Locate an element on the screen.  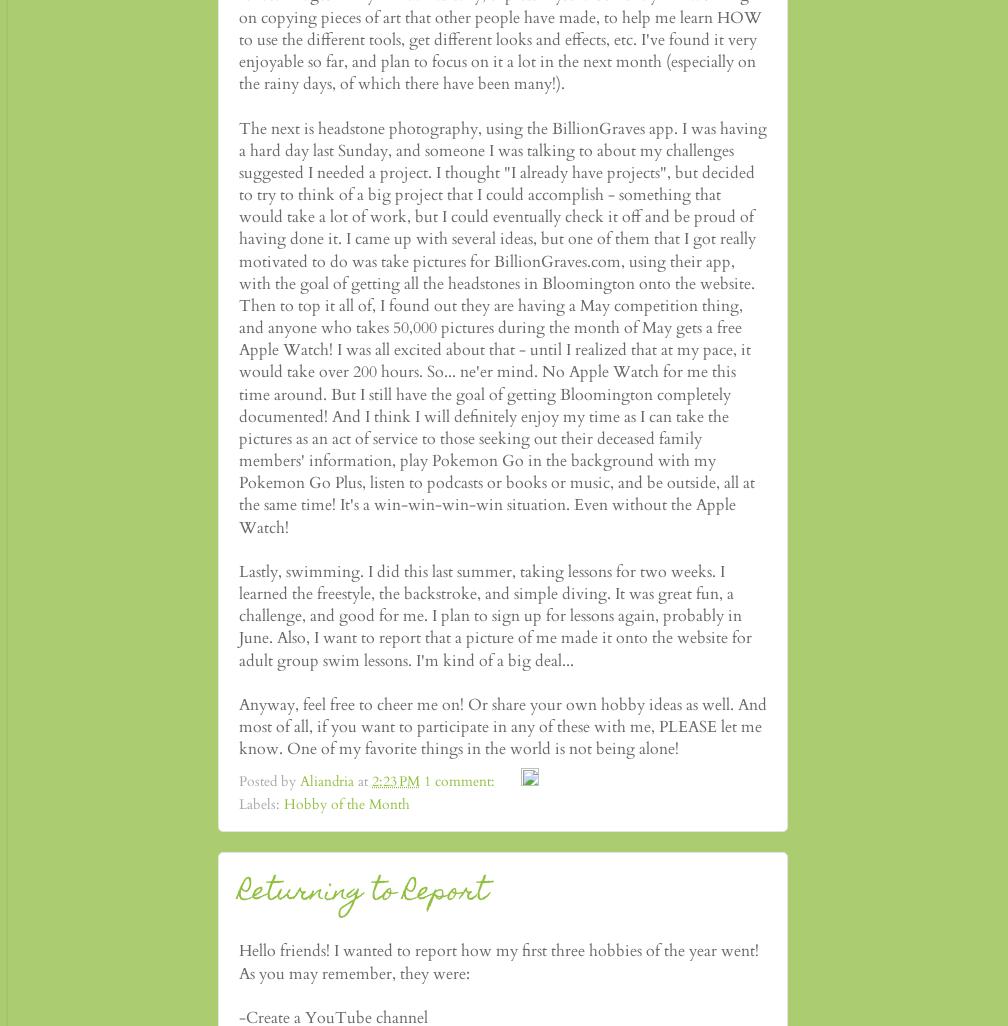
'Anyway, feel free to cheer me on! Or share your own hobby ideas as well. And most of all, if you want to participate in any of these with me, PLEASE let me know. One of my favorite things in the world is not being alone!' is located at coordinates (502, 726).